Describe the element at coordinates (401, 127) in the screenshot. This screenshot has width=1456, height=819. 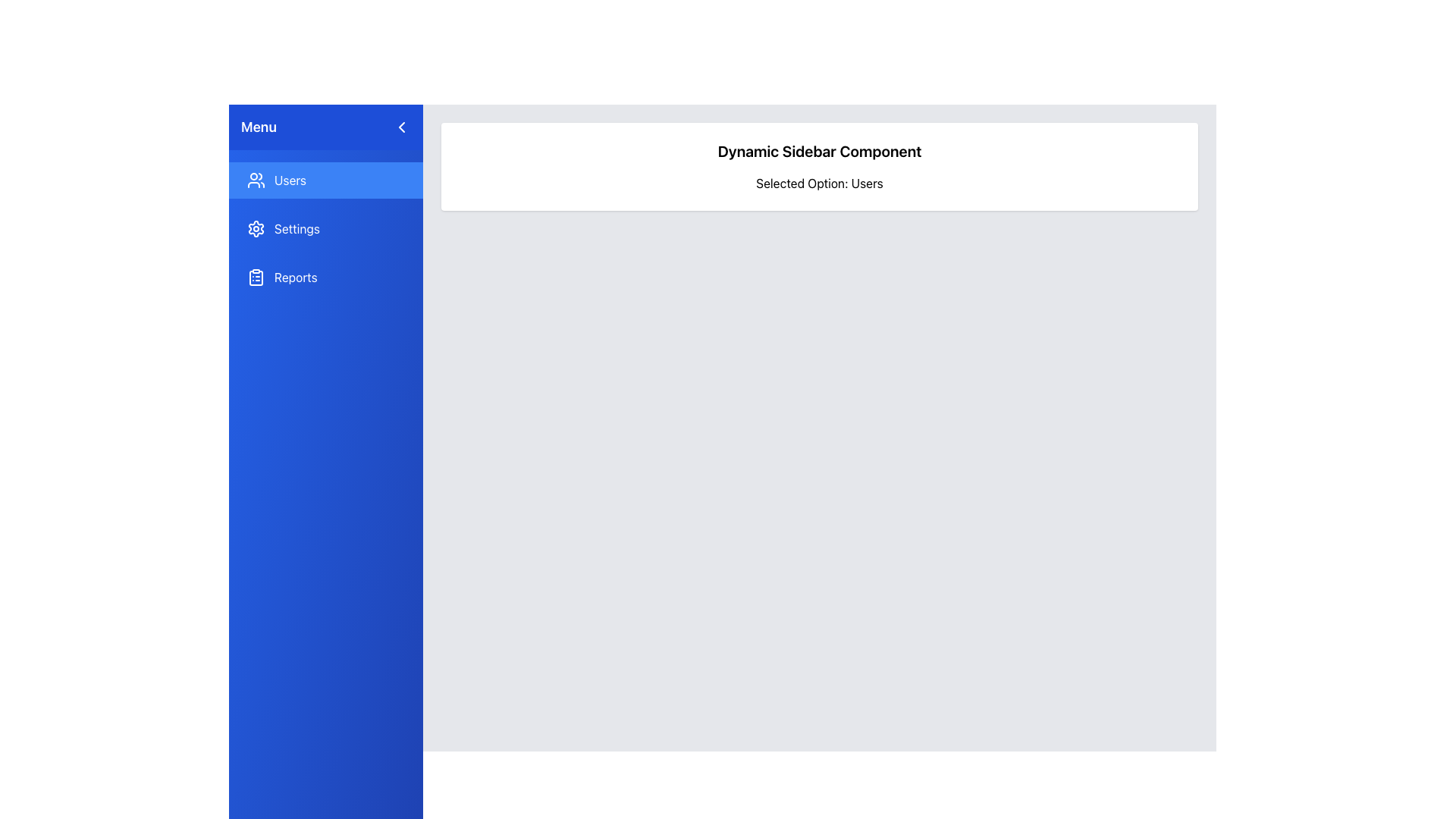
I see `the leftward-pointing chevron arrow icon located near the top of the menu section, slightly to the right of the 'Menu' label to possibly reveal a tooltip` at that location.